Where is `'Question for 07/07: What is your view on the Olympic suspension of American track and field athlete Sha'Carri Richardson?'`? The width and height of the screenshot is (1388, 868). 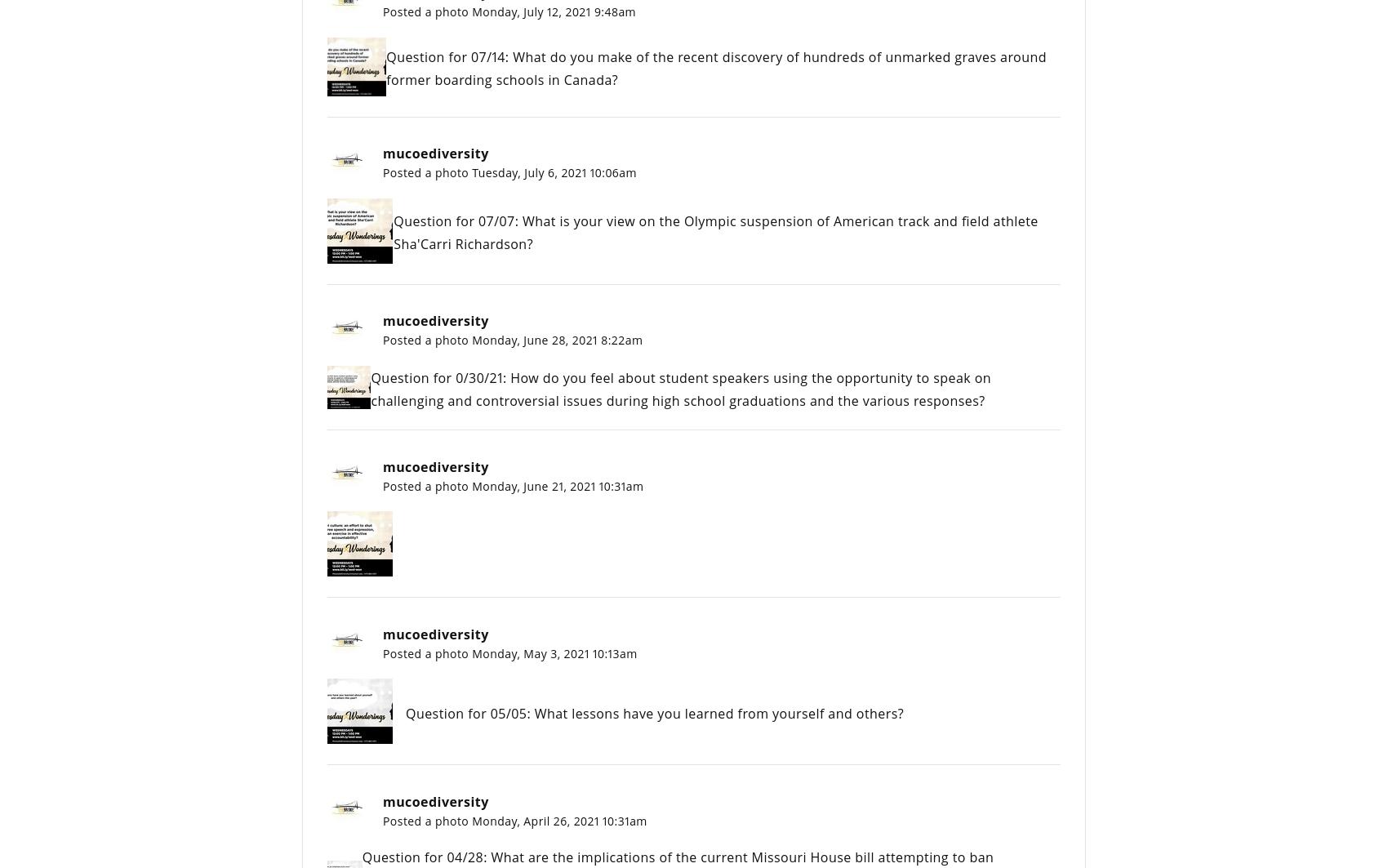 'Question for 07/07: What is your view on the Olympic suspension of American track and field athlete Sha'Carri Richardson?' is located at coordinates (715, 232).